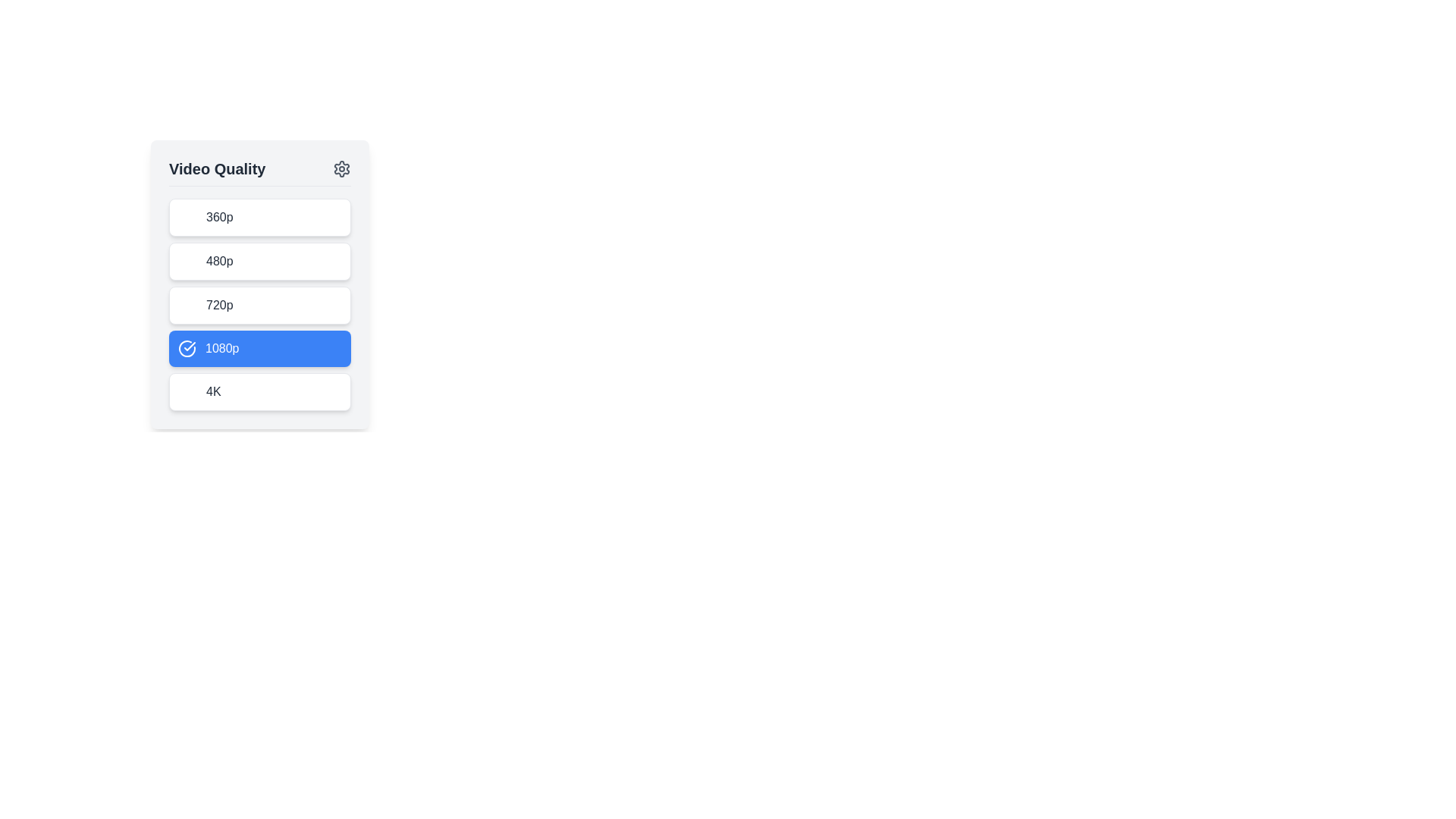  What do you see at coordinates (259, 217) in the screenshot?
I see `the interactive button that allows the user to select the video quality of '360p', which is the first option in the 'Video Quality' section` at bounding box center [259, 217].